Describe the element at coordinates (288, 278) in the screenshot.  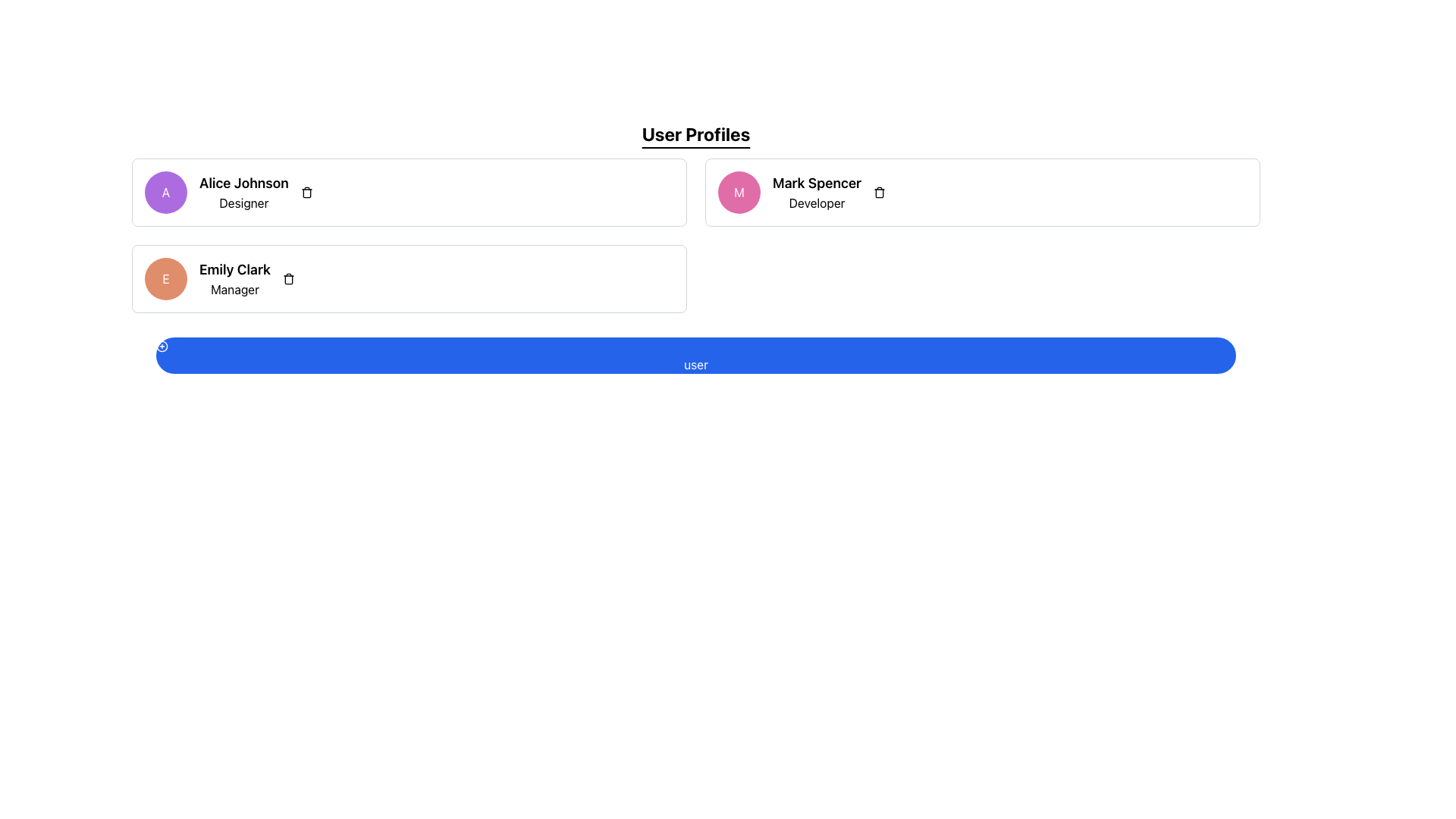
I see `the trash can button located to the right of 'Emily Clark, Manager'` at that location.